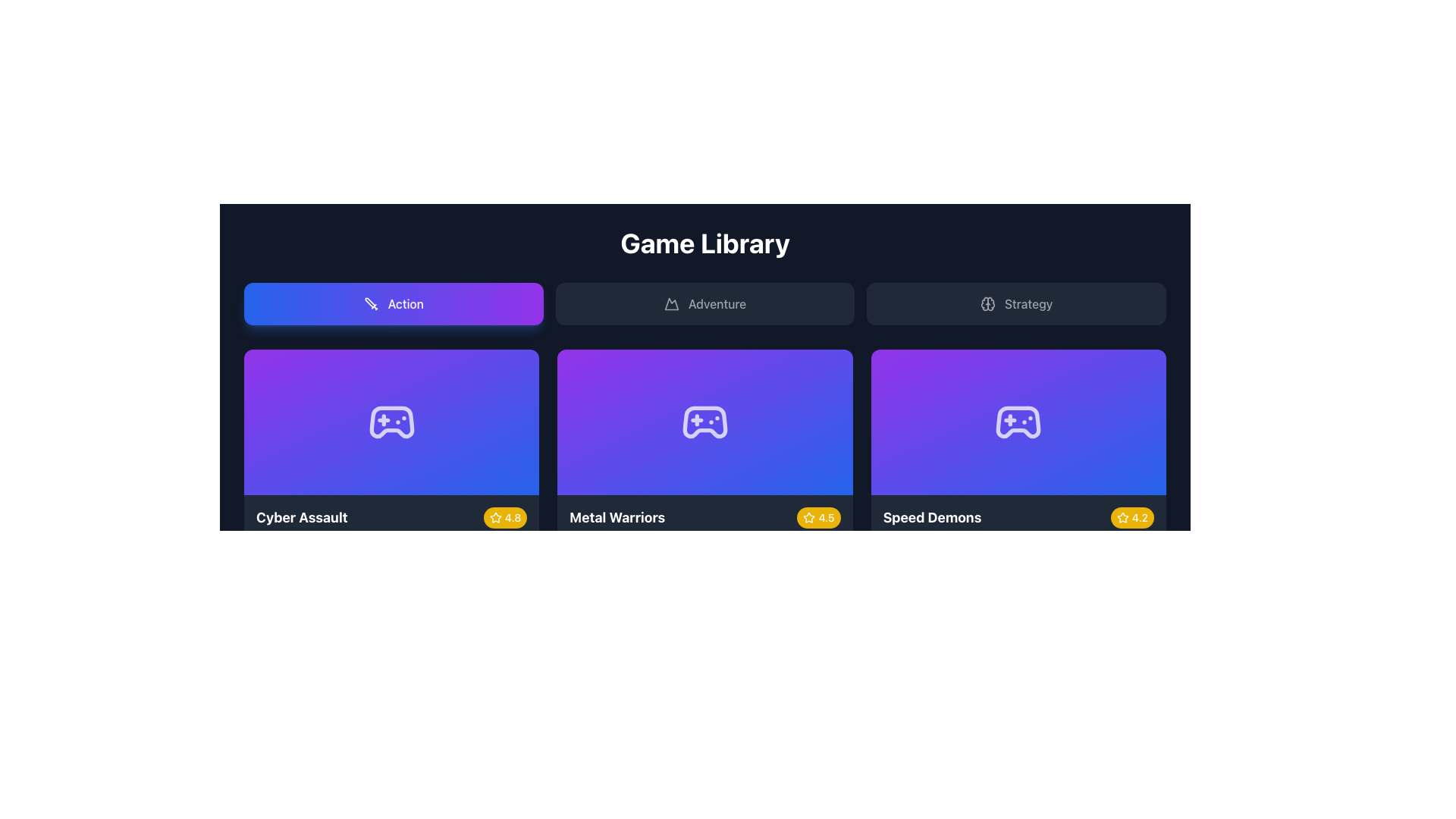  What do you see at coordinates (670, 304) in the screenshot?
I see `the decorative 'Adventure' category icon located in the top navigation section between 'Action' and 'Strategy' category tabs` at bounding box center [670, 304].